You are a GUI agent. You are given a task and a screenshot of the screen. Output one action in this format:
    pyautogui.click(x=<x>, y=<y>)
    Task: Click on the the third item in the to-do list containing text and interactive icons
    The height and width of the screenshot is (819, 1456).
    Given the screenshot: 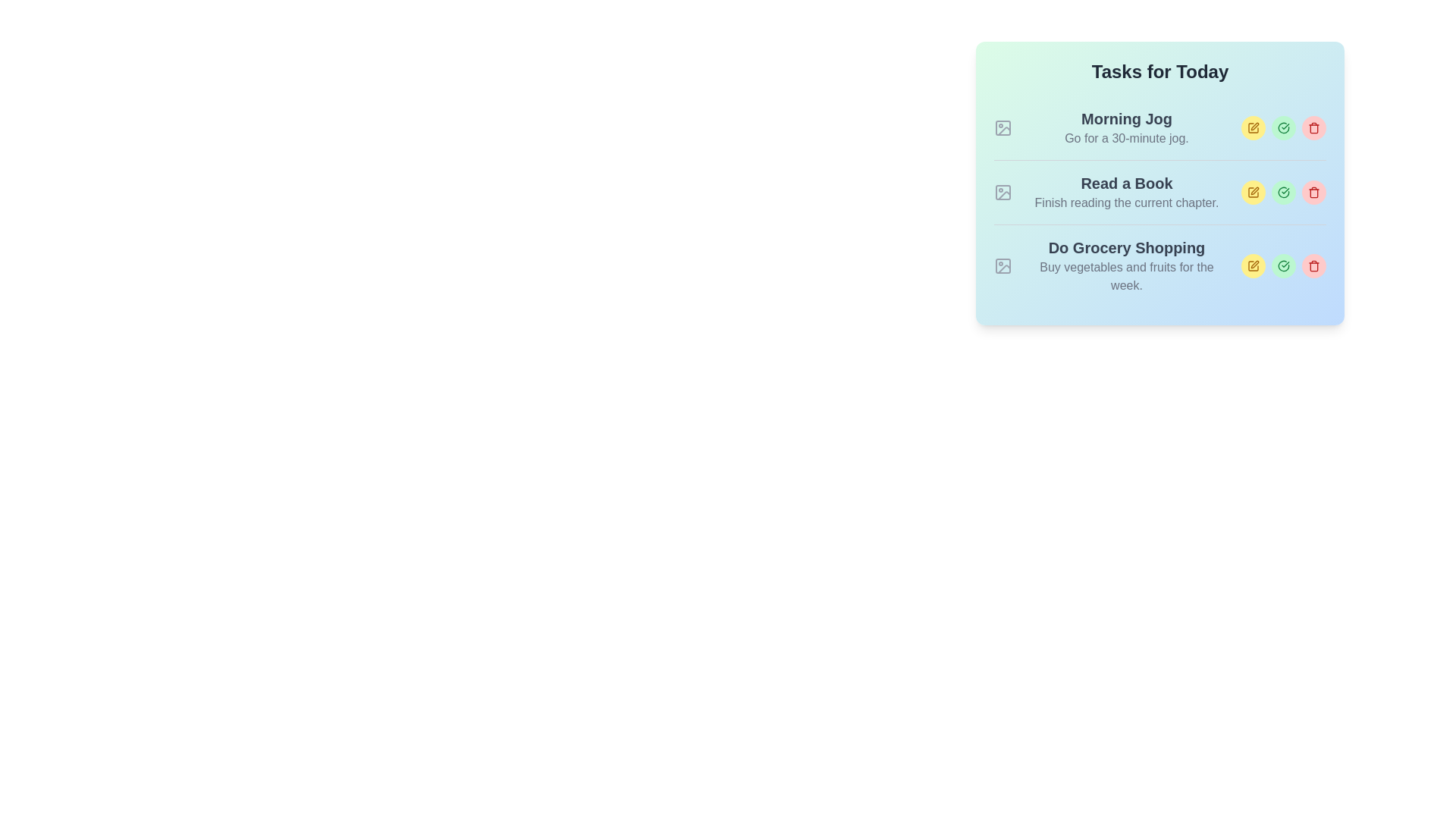 What is the action you would take?
    pyautogui.click(x=1159, y=265)
    